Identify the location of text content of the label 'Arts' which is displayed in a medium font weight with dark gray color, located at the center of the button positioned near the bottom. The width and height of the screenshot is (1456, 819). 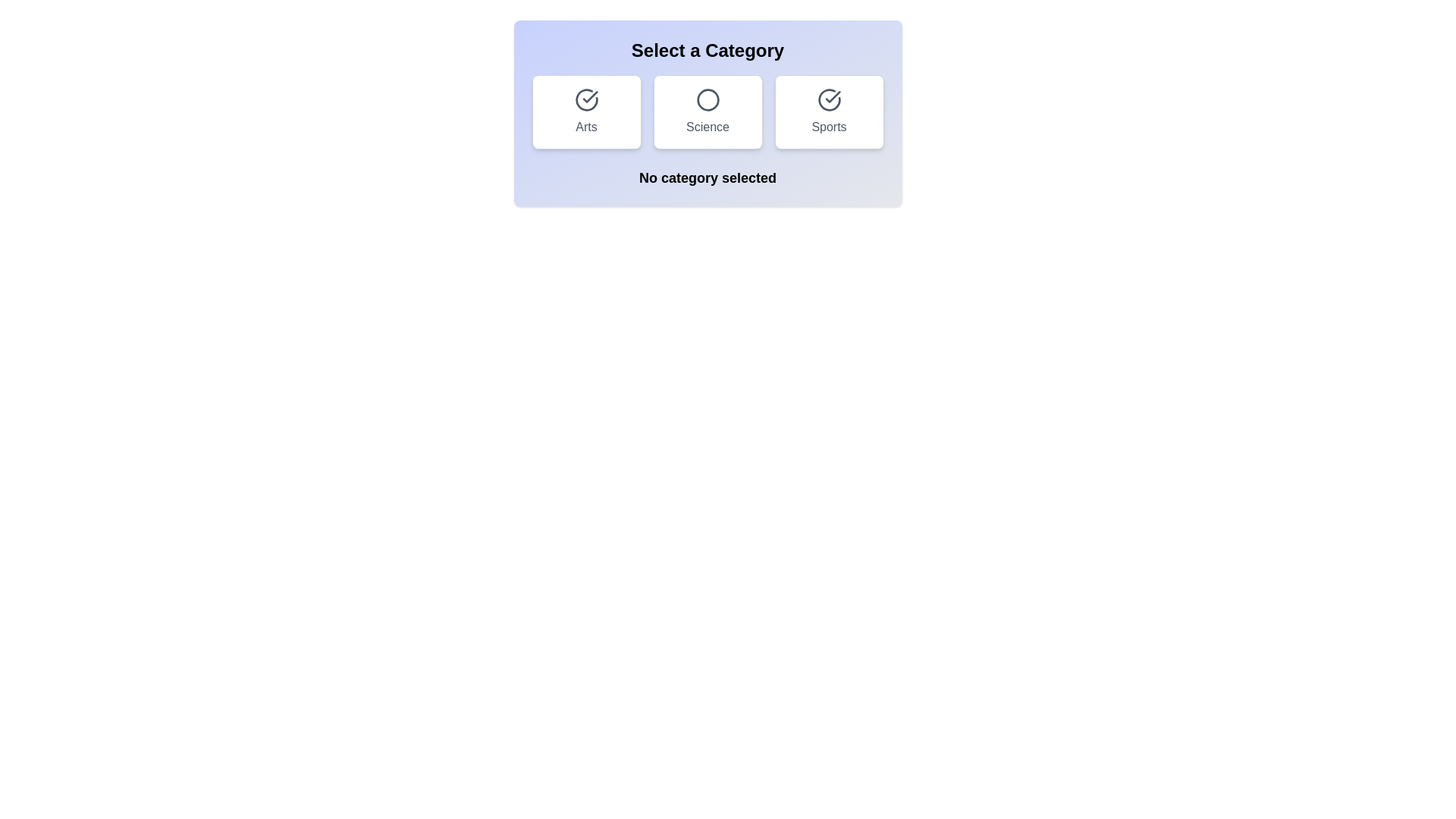
(585, 127).